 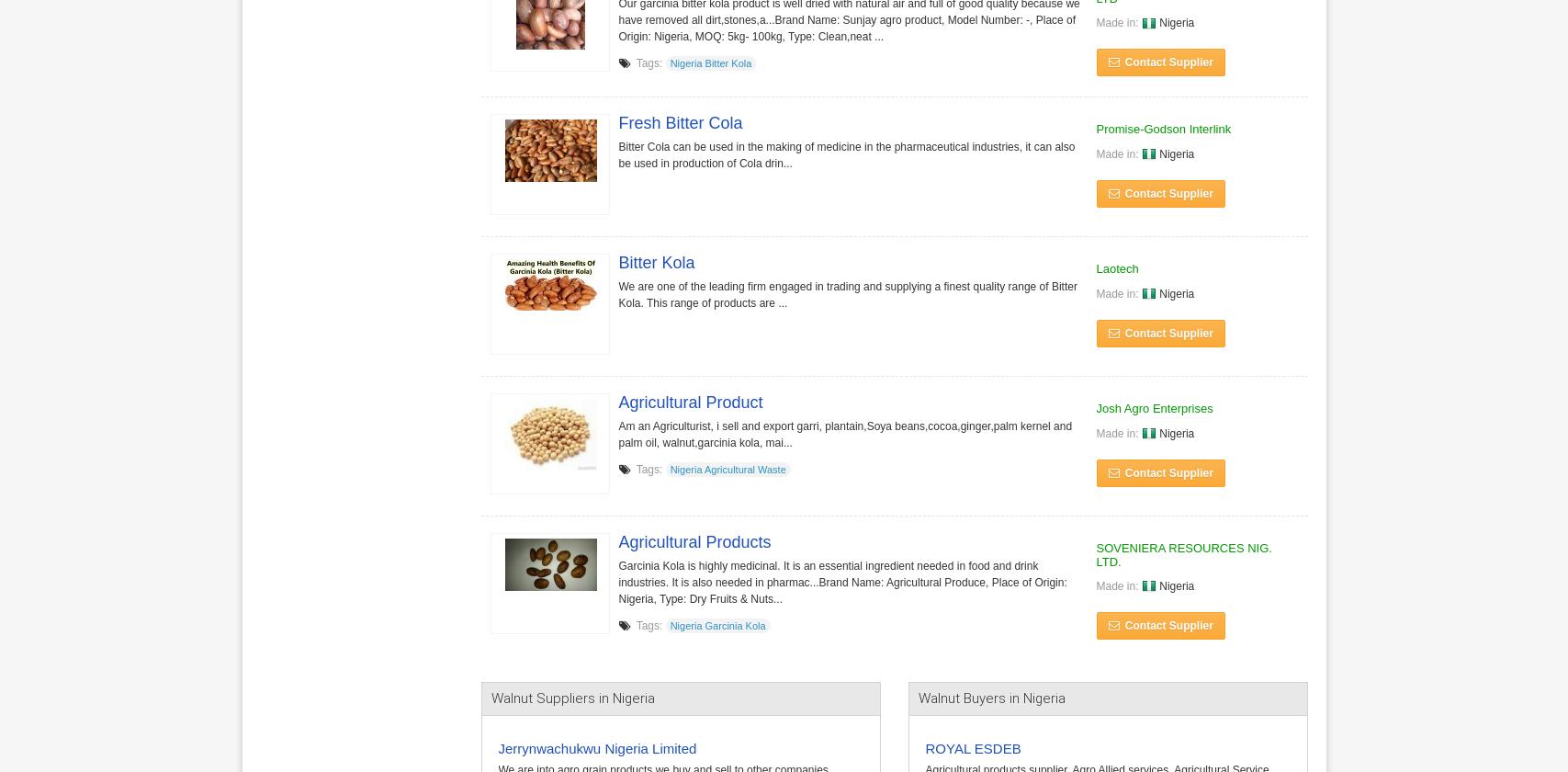 What do you see at coordinates (989, 698) in the screenshot?
I see `'Walnut Buyers in Nigeria'` at bounding box center [989, 698].